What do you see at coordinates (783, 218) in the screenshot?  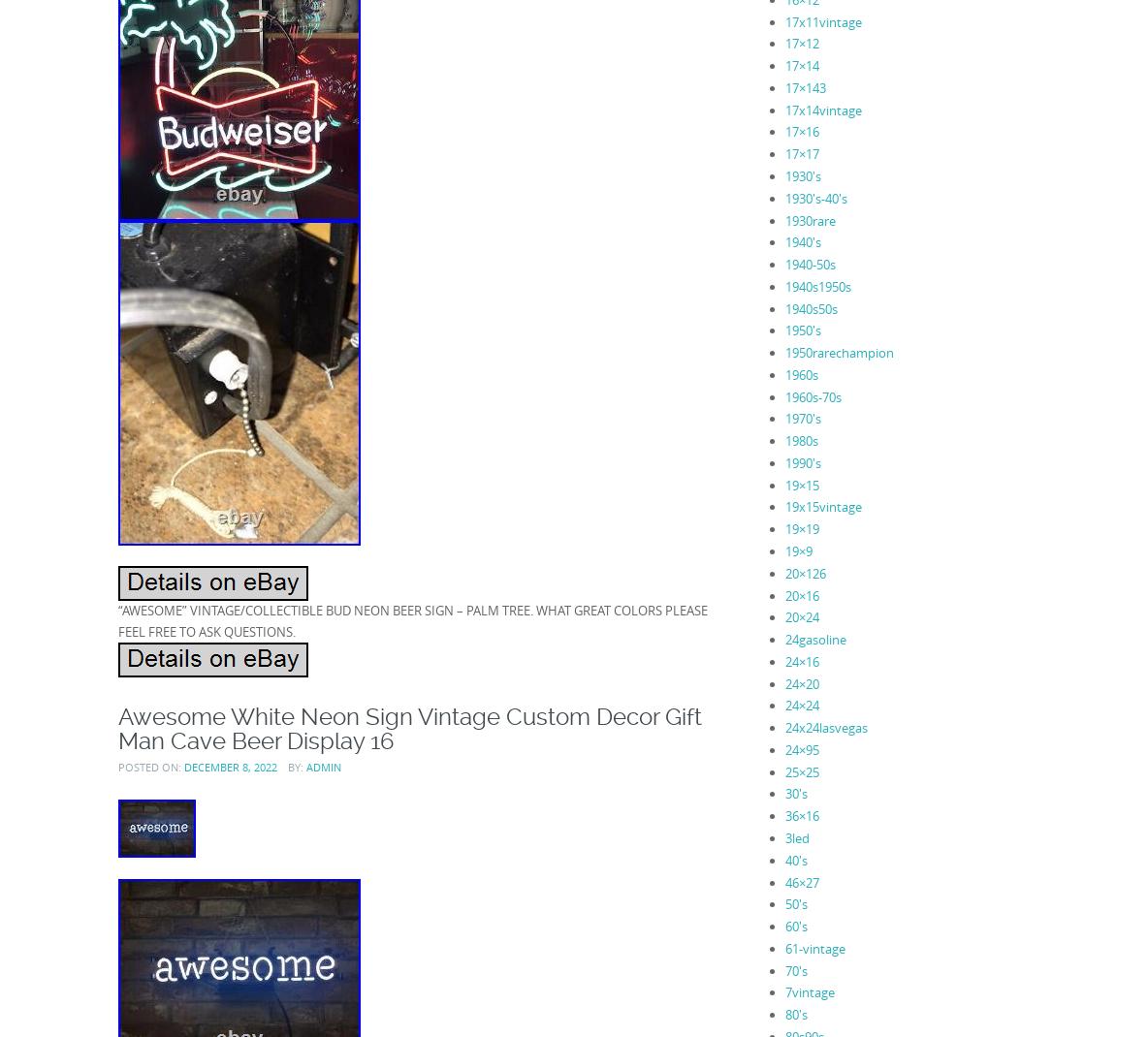 I see `'1930rare'` at bounding box center [783, 218].